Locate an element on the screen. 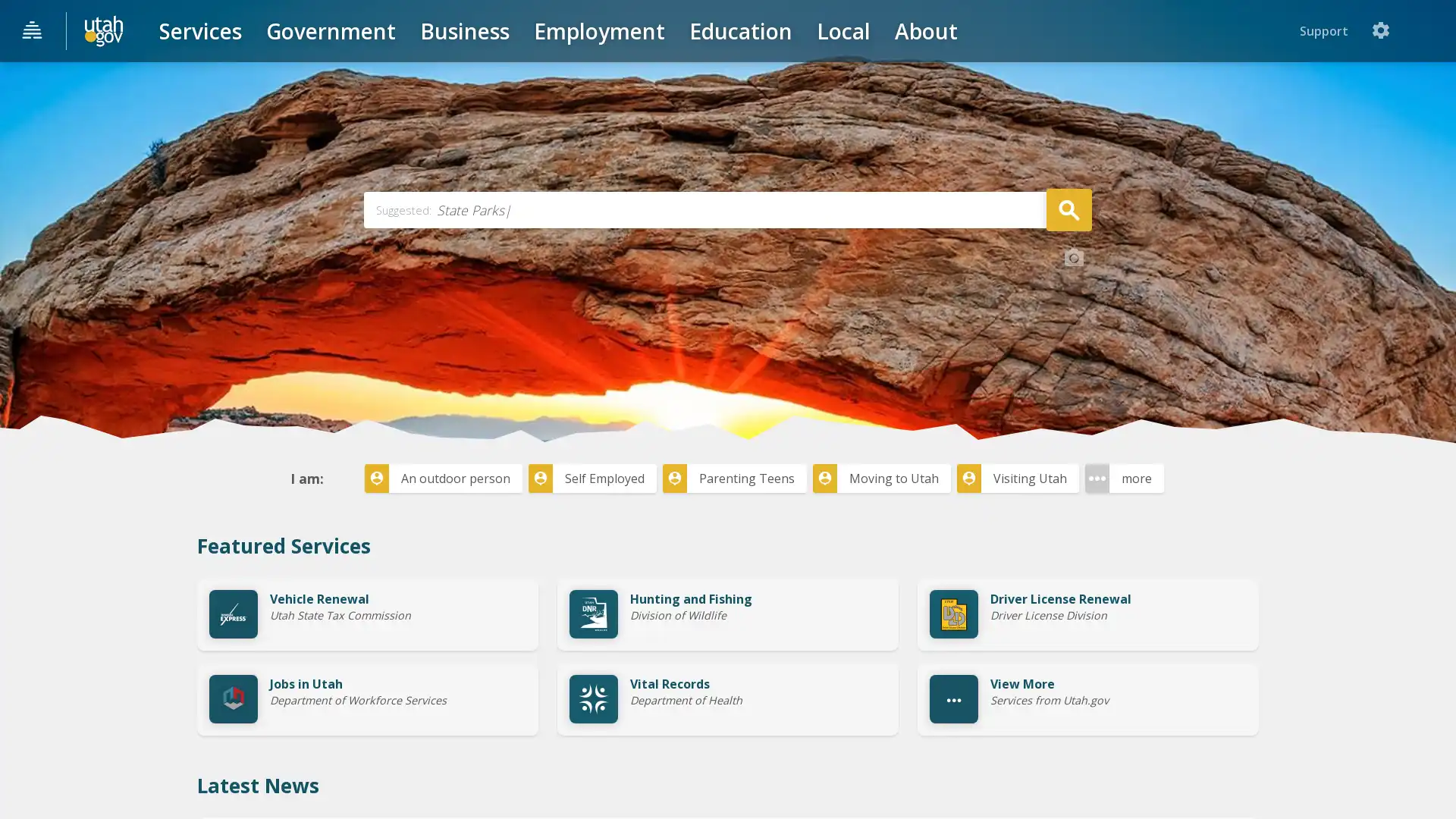 The width and height of the screenshot is (1456, 819). Menu is located at coordinates (33, 31).